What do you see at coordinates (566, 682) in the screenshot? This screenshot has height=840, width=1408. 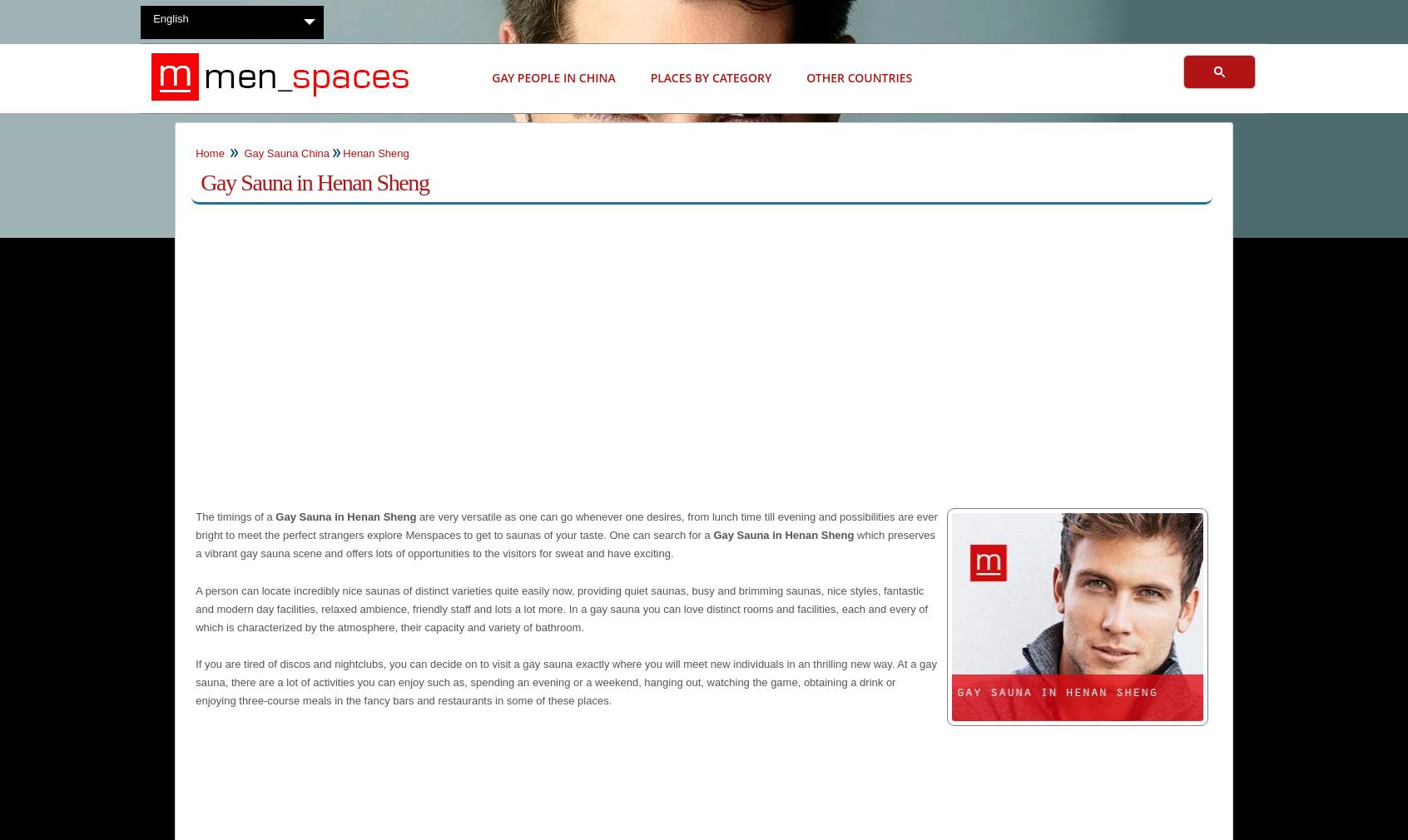 I see `'If you are tired of discos and nightclubs, you can decide on to visit a gay sauna exactly where you will meet new individuals in an thrilling new way. At a gay sauna, there are a lot of activities you can enjoy such as, spending an evening or a weekend, hanging out, watching the game, obtaining a drink or enjoying three-course meals in the fancy bars and restaurants in some of these places.'` at bounding box center [566, 682].